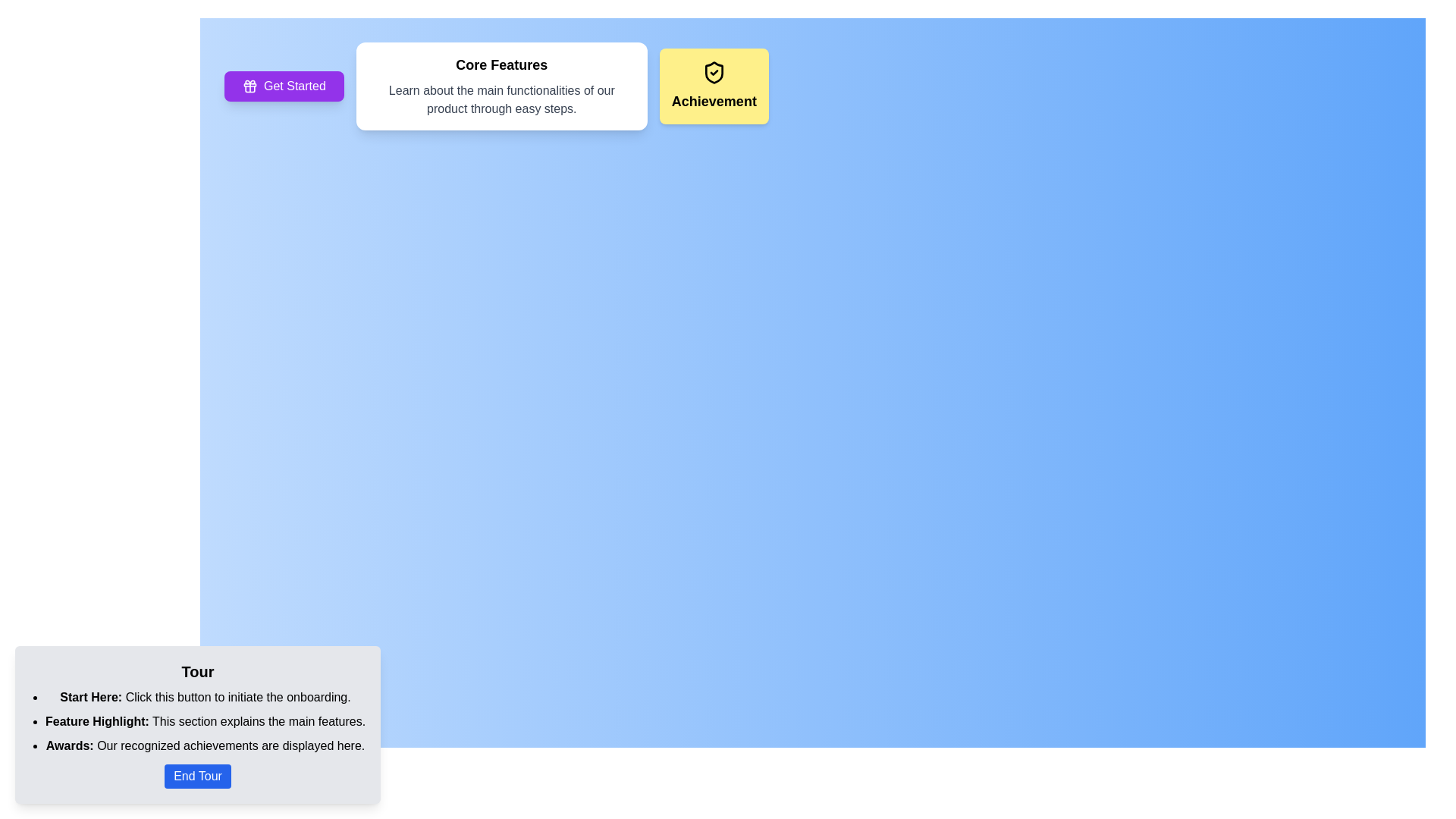  What do you see at coordinates (96, 720) in the screenshot?
I see `the bold text label reading 'Feature Highlight:' located in the bottom-left corner of the interface, which indicates a subsection title within a textual popup` at bounding box center [96, 720].